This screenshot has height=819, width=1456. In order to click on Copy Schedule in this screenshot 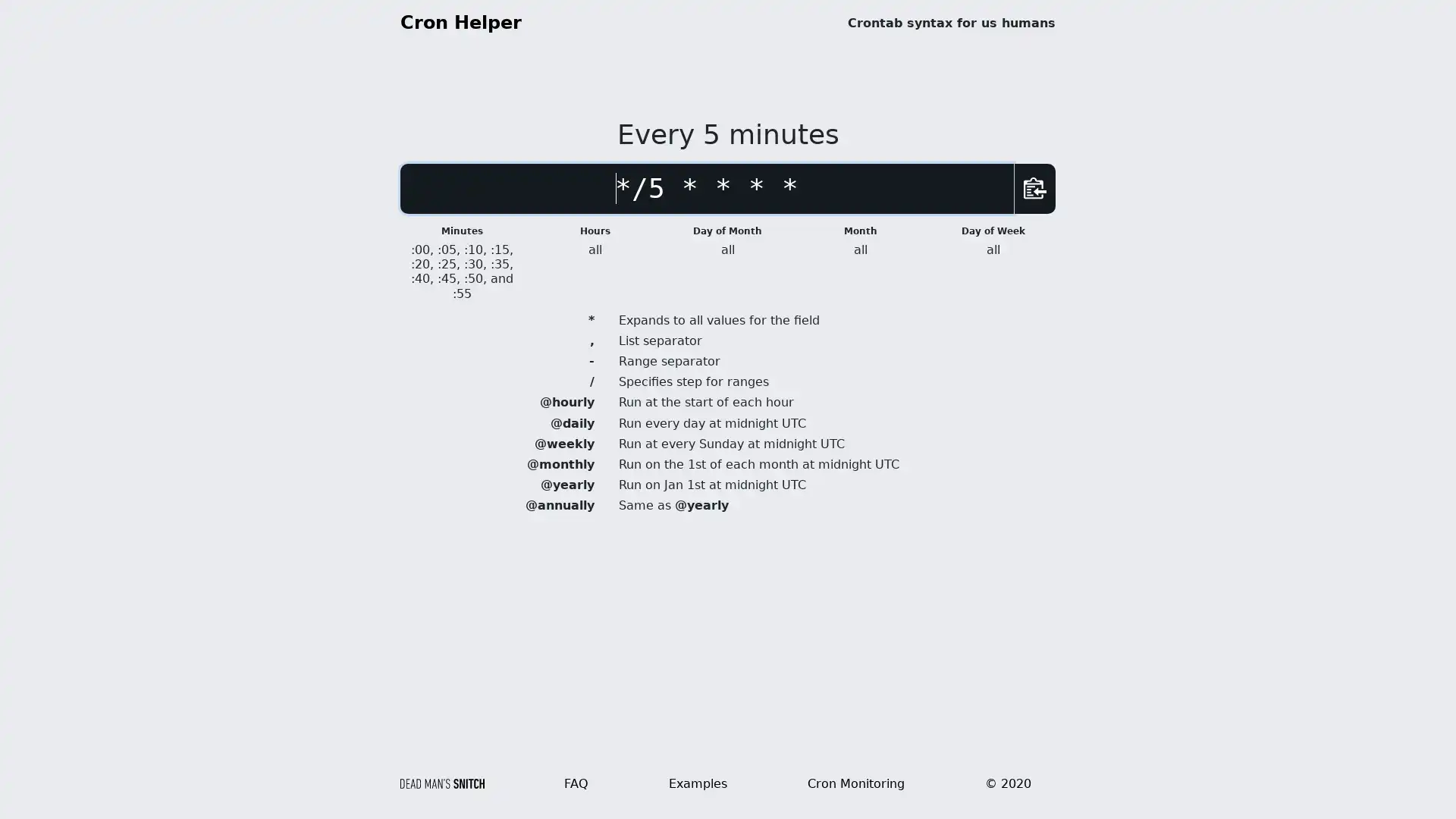, I will do `click(1033, 187)`.